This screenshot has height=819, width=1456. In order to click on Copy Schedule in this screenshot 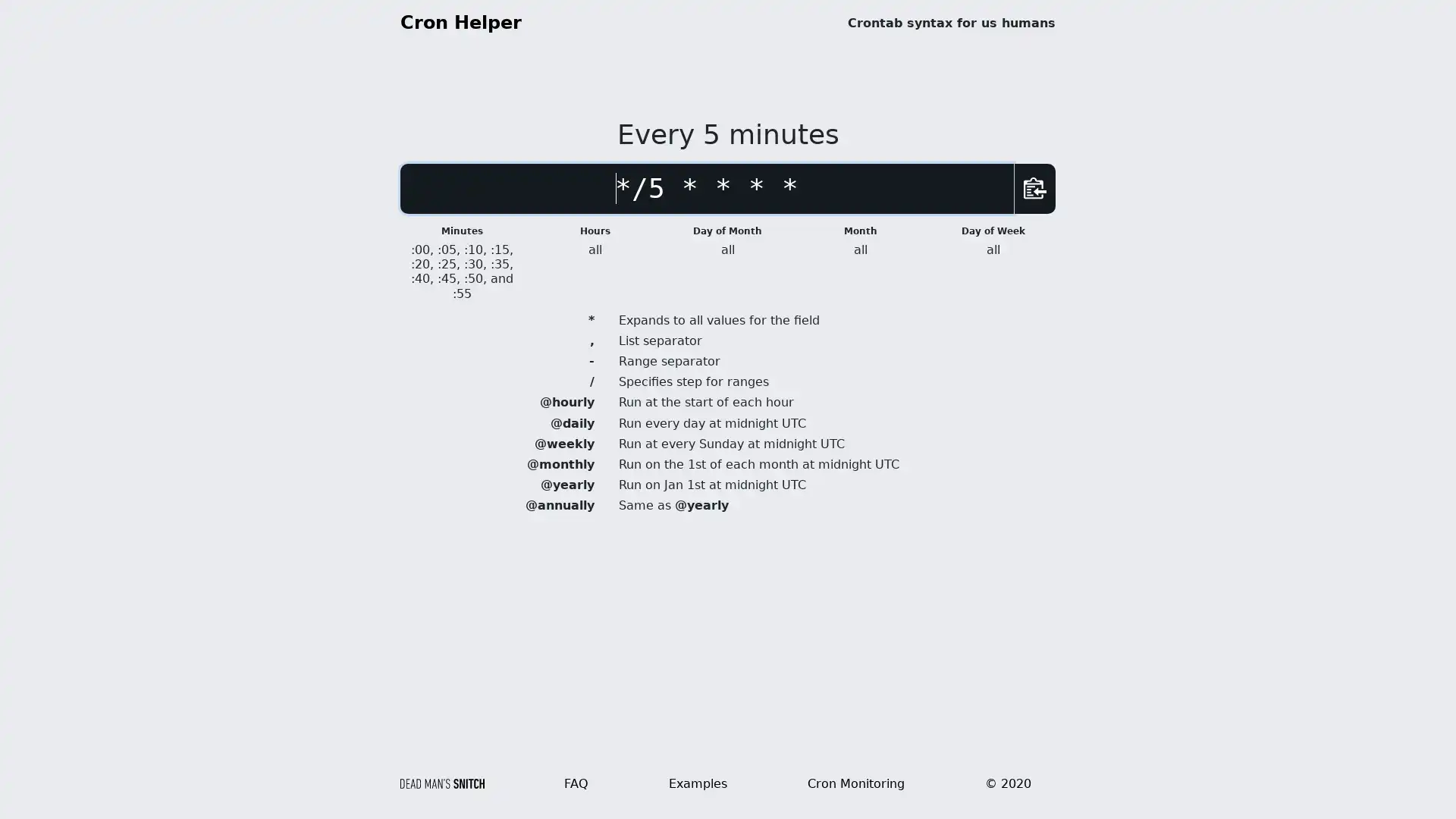, I will do `click(1033, 187)`.